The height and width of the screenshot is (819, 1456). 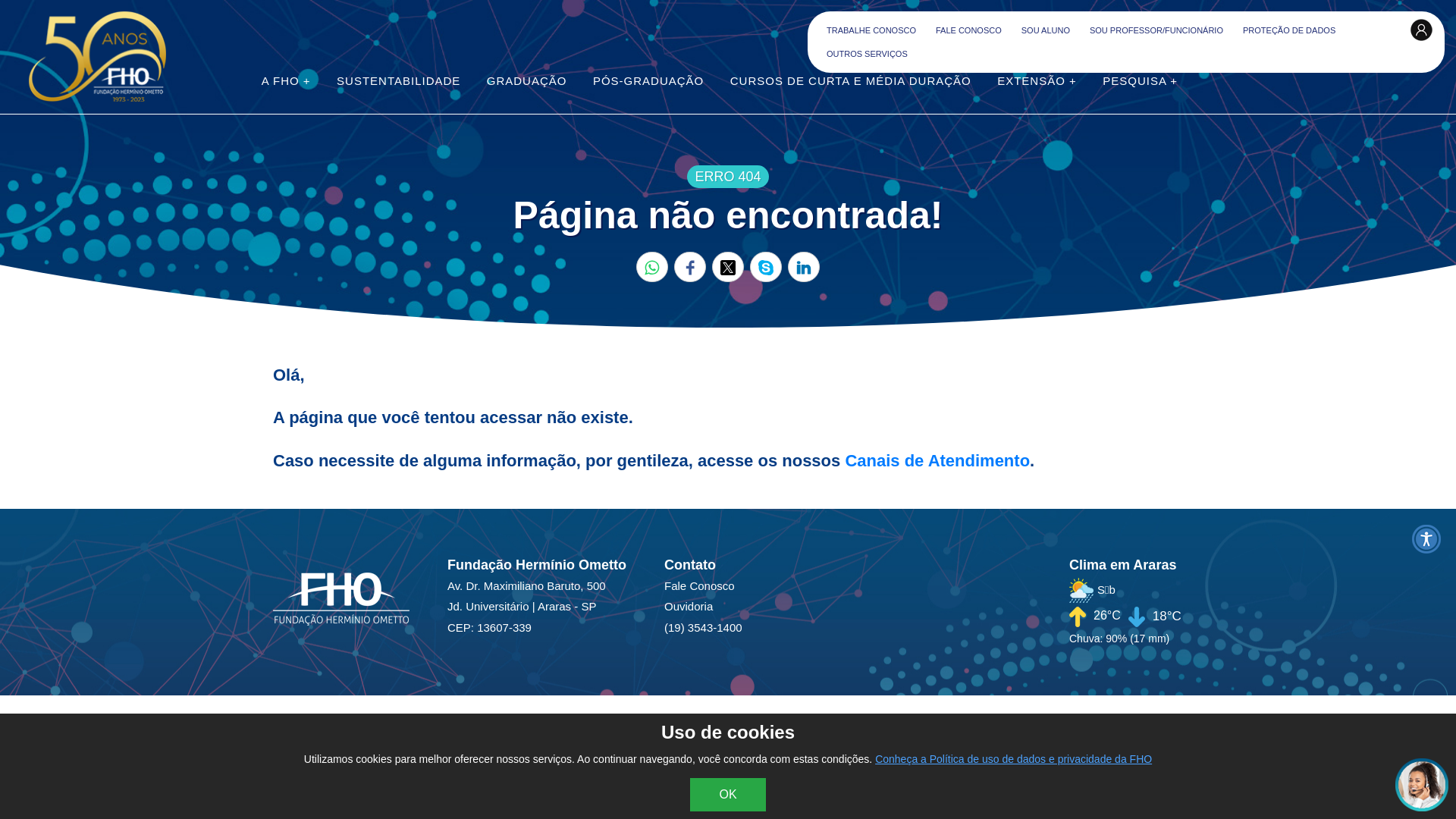 What do you see at coordinates (1090, 81) in the screenshot?
I see `'PESQUISA +'` at bounding box center [1090, 81].